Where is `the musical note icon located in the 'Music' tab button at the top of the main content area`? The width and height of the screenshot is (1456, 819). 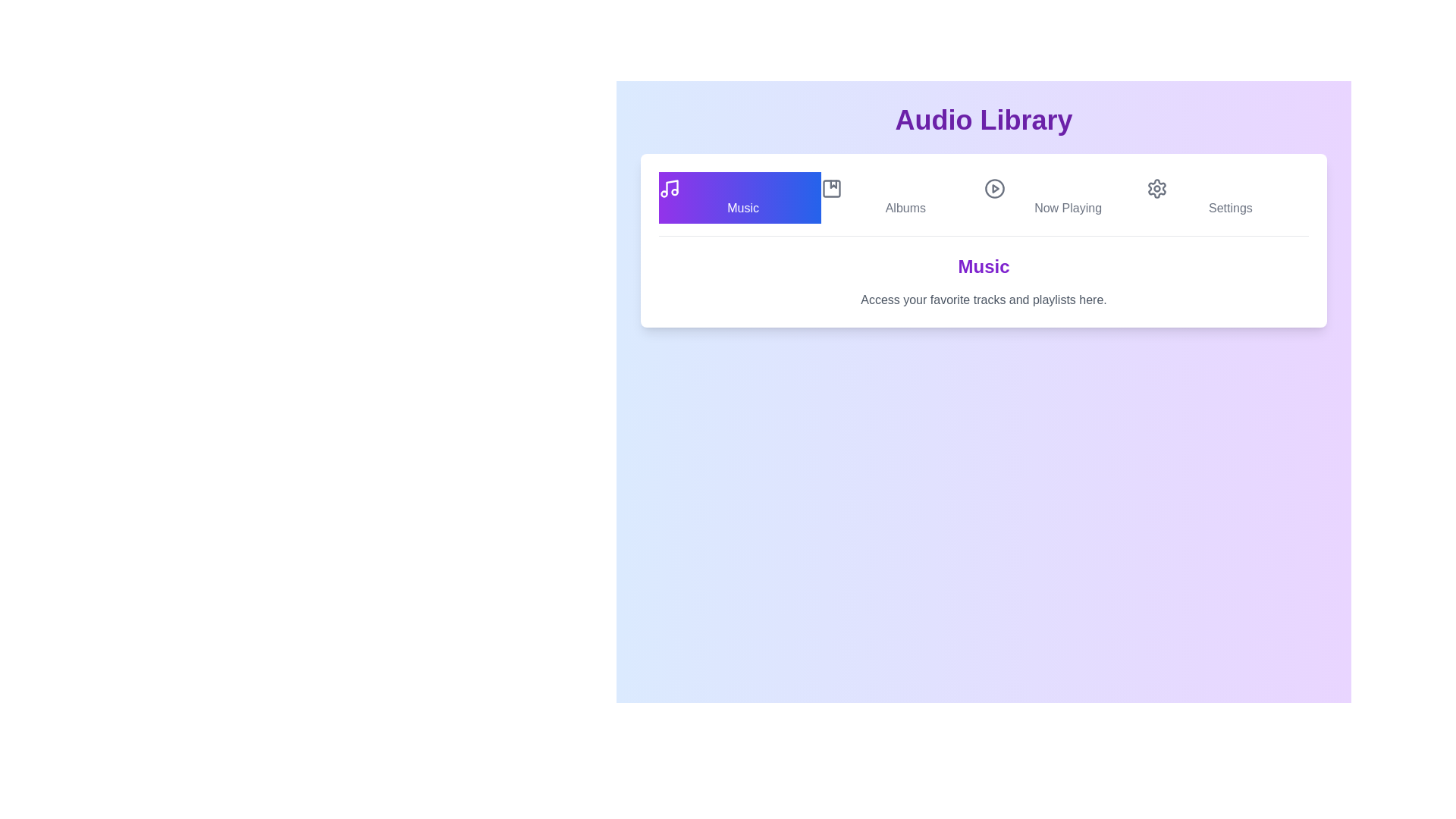
the musical note icon located in the 'Music' tab button at the top of the main content area is located at coordinates (669, 188).